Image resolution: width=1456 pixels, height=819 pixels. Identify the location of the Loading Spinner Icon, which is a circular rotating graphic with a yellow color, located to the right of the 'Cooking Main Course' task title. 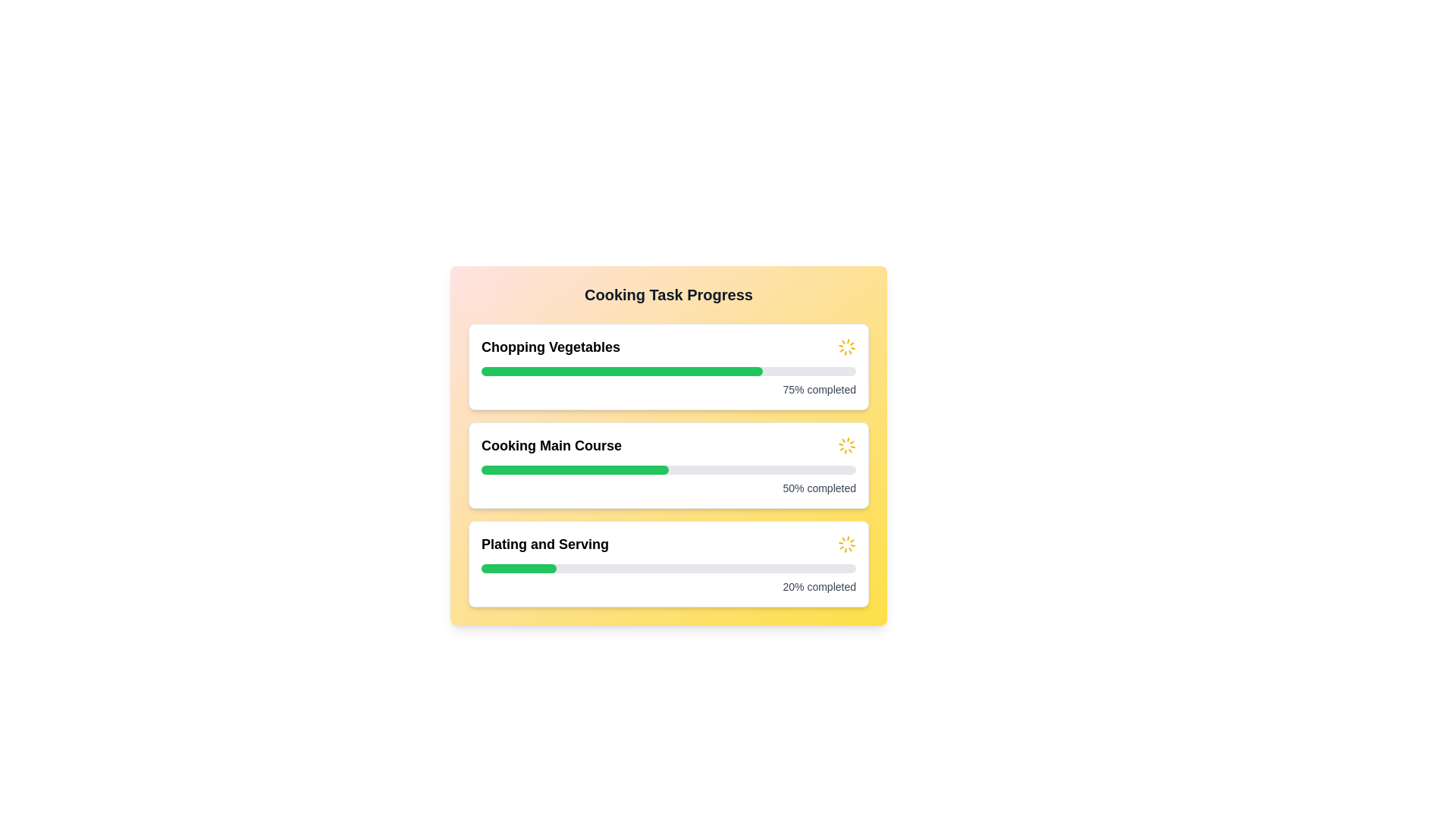
(846, 444).